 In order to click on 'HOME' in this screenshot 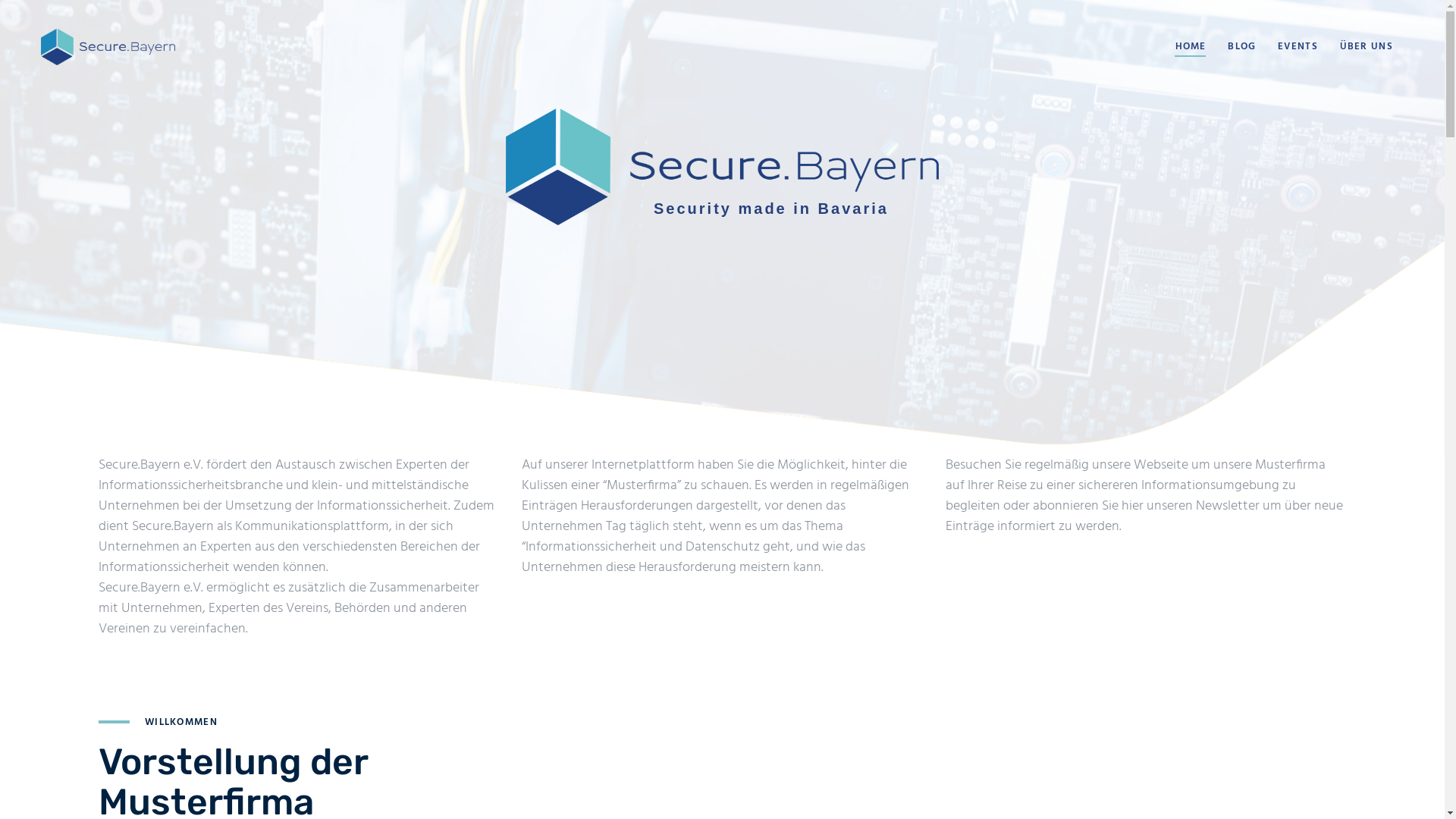, I will do `click(1189, 45)`.